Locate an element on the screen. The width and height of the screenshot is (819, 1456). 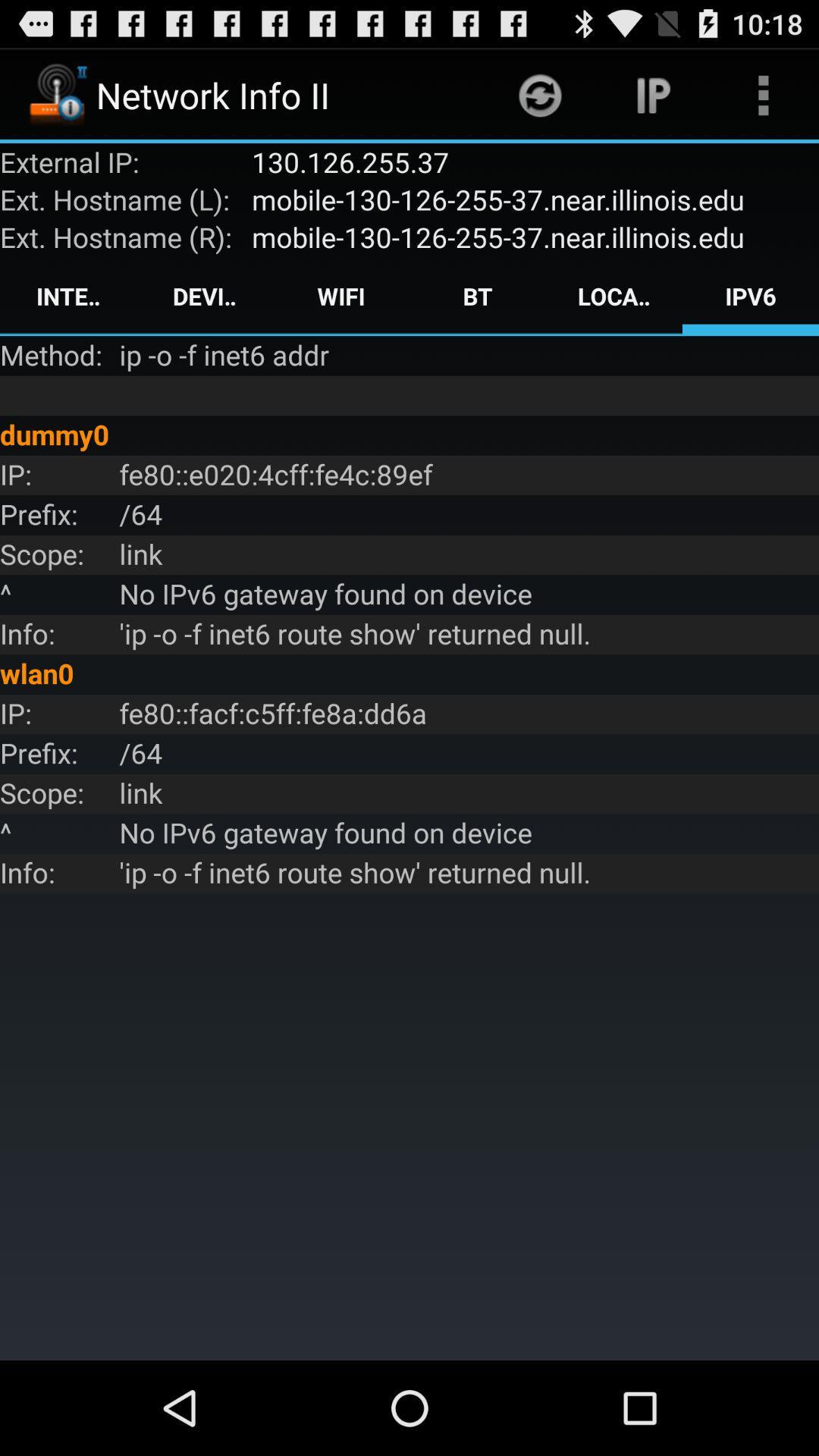
item next to wifi is located at coordinates (476, 296).